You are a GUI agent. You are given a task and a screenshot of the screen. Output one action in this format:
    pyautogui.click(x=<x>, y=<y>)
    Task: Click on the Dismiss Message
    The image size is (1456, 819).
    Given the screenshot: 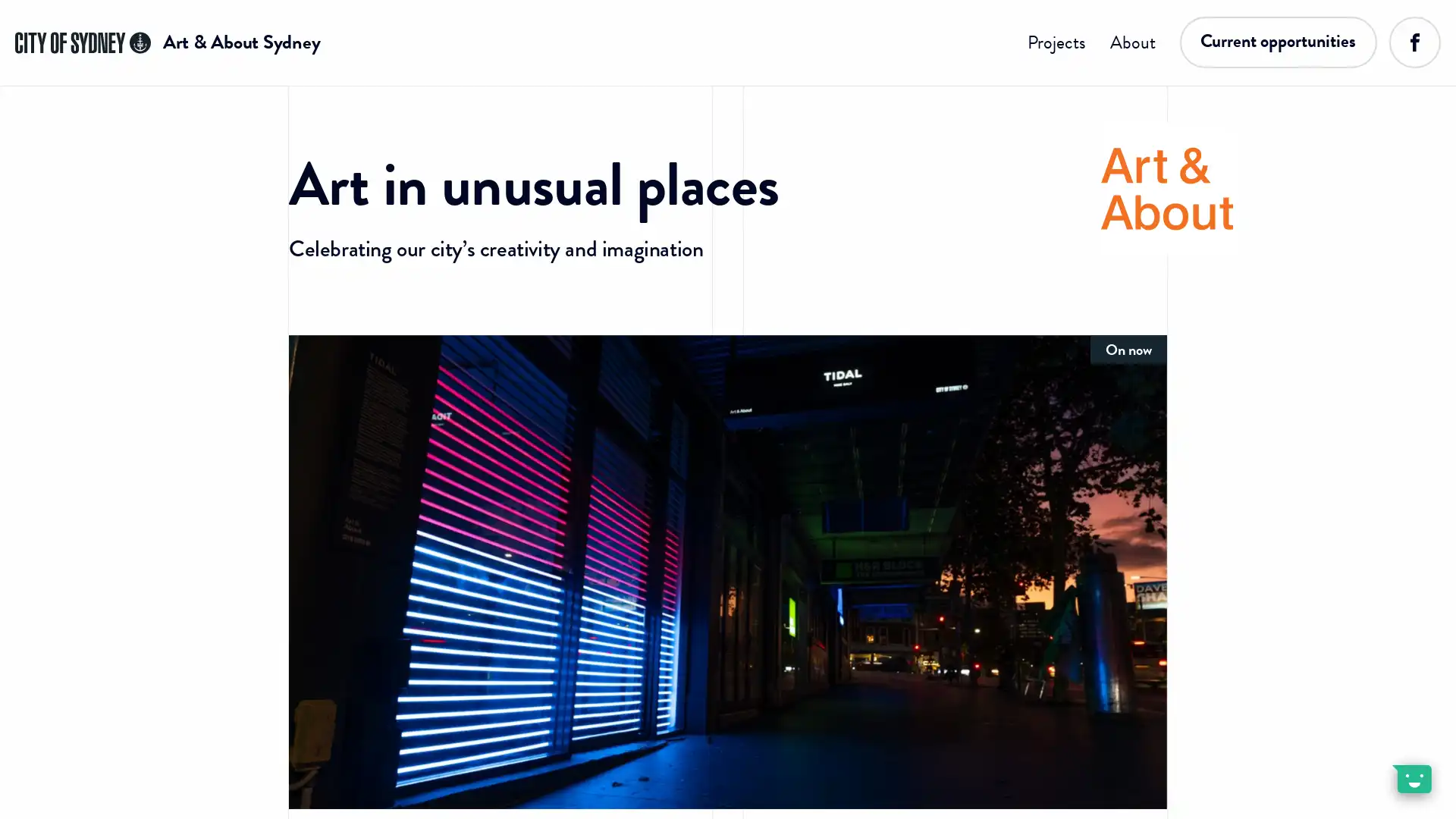 What is the action you would take?
    pyautogui.click(x=1376, y=761)
    